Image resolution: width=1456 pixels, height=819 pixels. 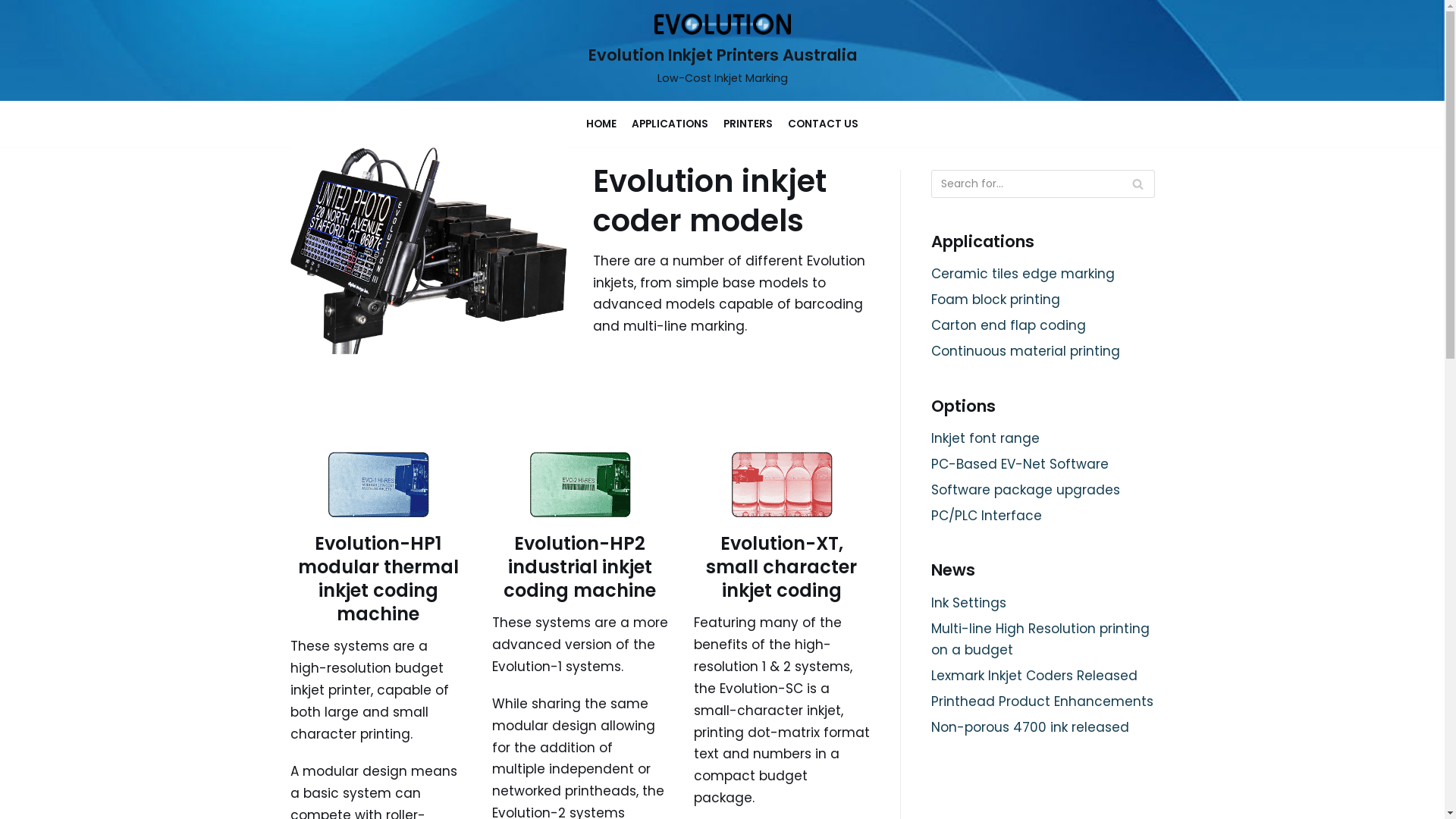 I want to click on 'Lexmark Inkjet Coders Released', so click(x=1033, y=675).